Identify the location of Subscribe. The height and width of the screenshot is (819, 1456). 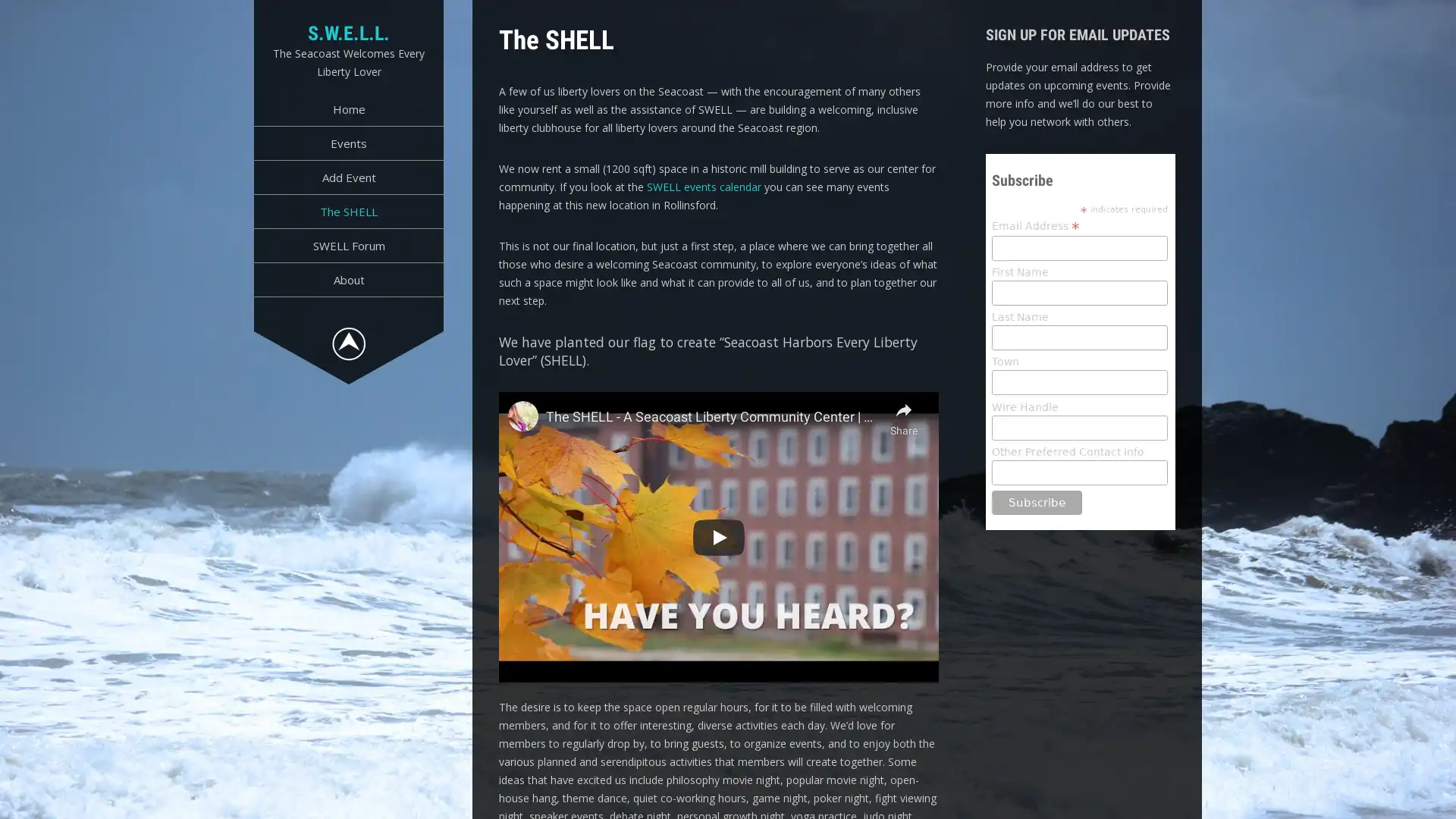
(1035, 503).